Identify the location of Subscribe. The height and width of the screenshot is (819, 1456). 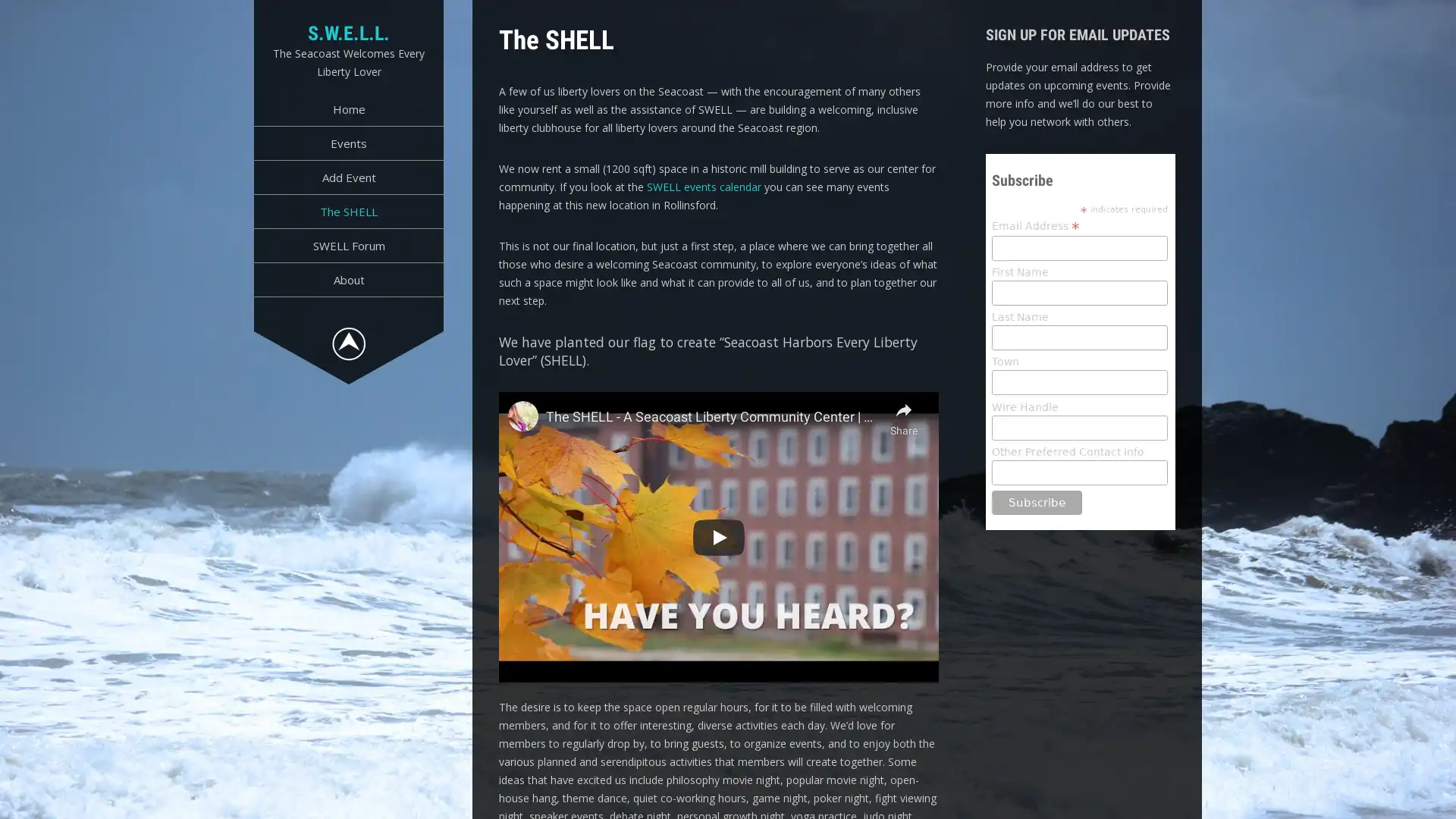
(1035, 503).